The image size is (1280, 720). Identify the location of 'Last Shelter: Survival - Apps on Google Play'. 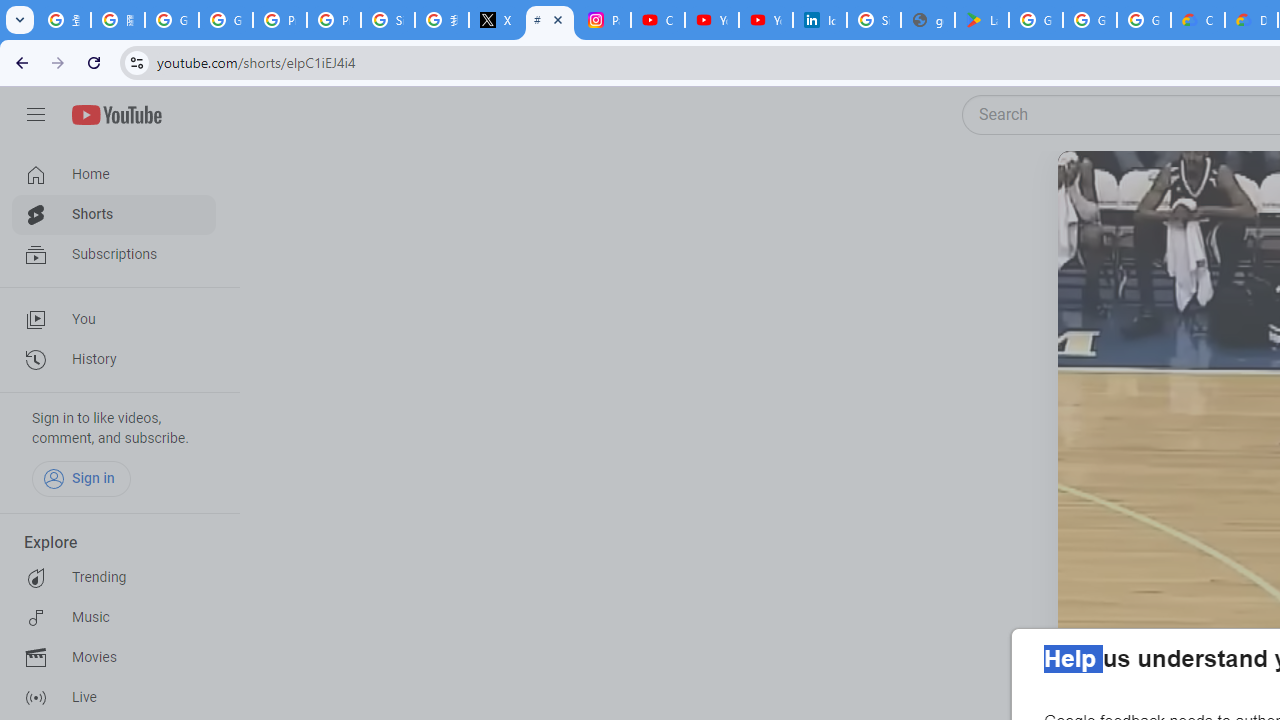
(981, 20).